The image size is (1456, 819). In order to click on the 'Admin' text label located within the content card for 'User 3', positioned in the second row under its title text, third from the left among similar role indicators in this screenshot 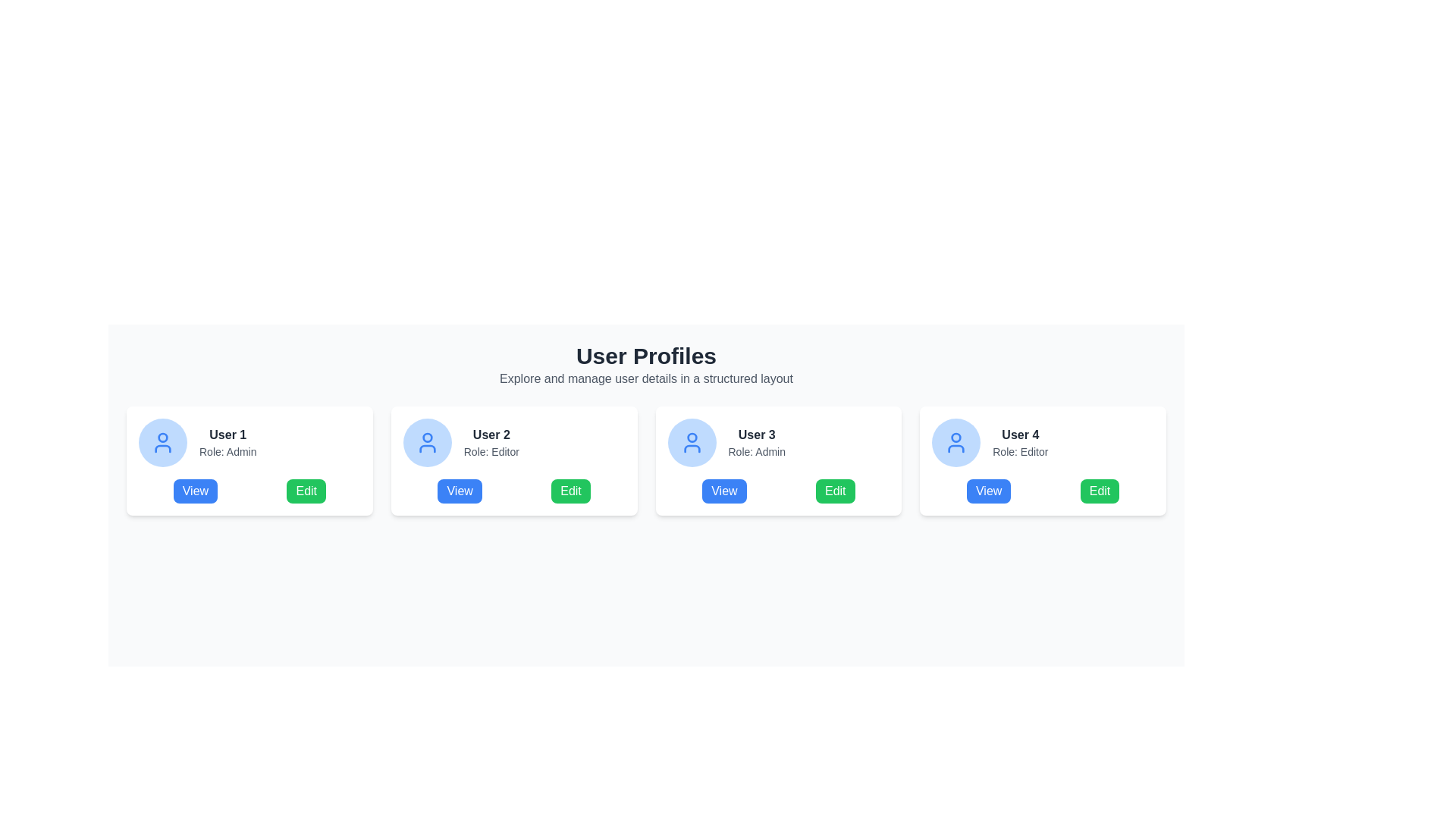, I will do `click(757, 451)`.